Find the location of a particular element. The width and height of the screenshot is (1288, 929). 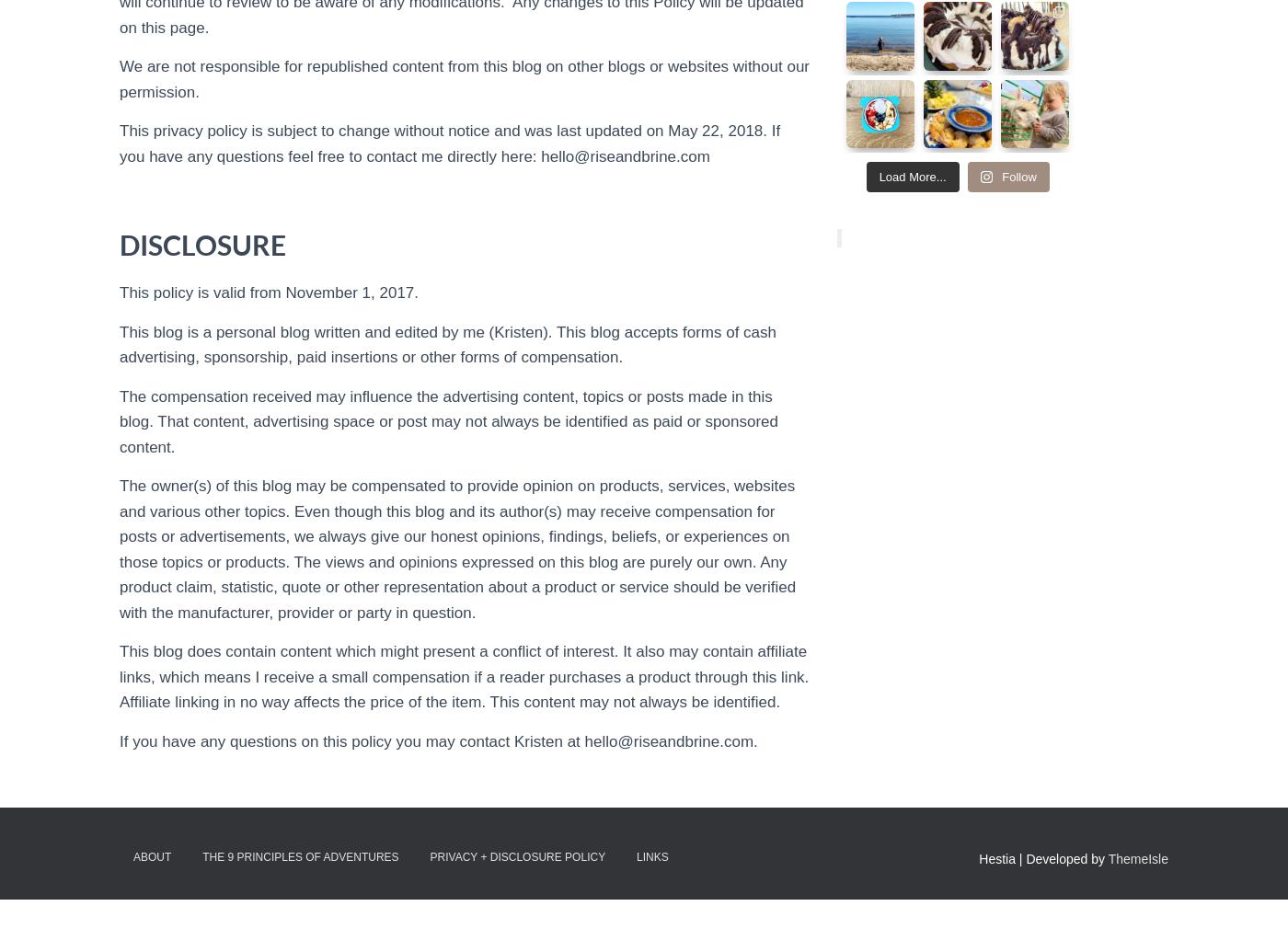

'Load More...' is located at coordinates (877, 175).